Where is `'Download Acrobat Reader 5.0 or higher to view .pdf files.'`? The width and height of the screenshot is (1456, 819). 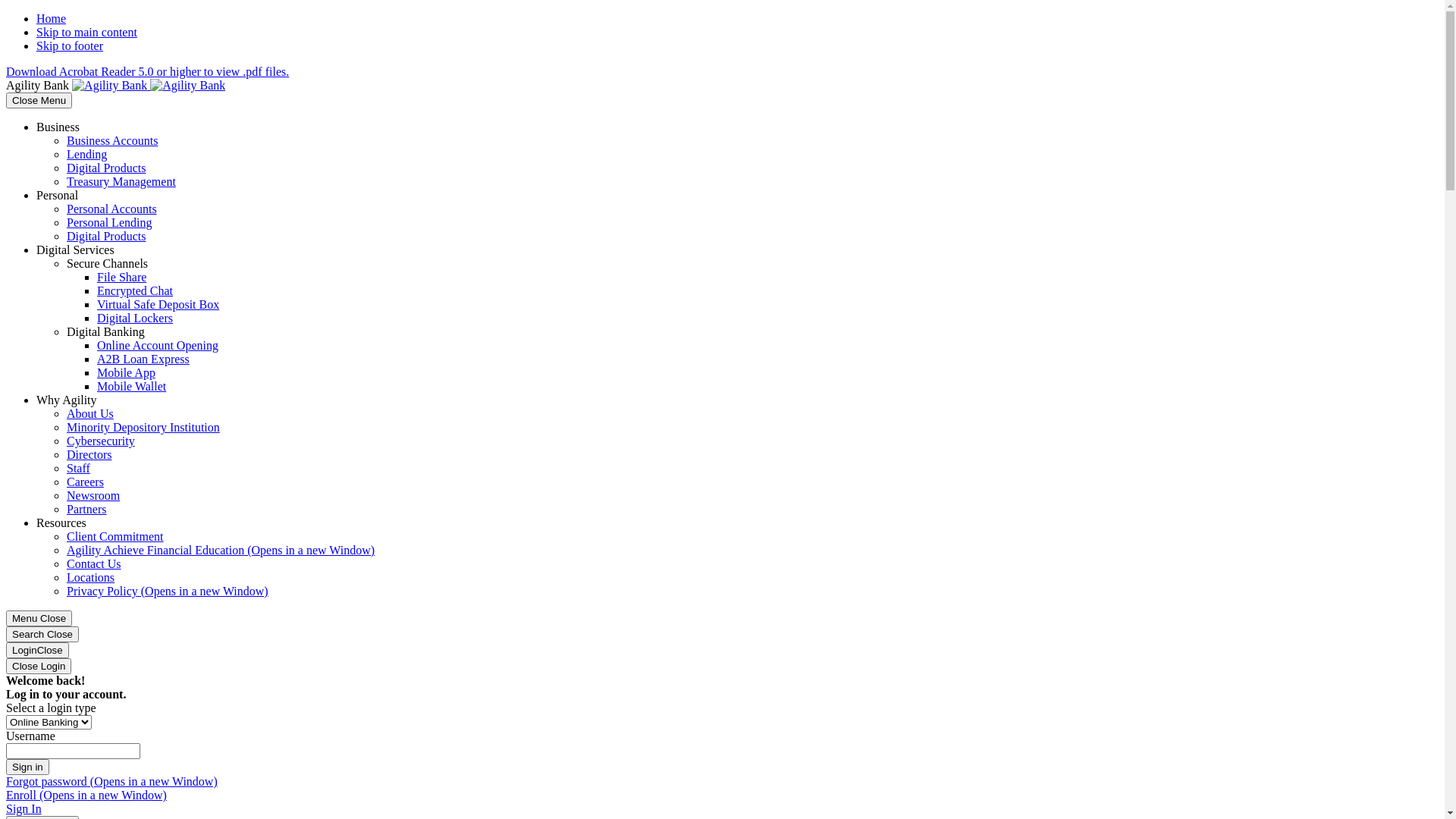
'Download Acrobat Reader 5.0 or higher to view .pdf files.' is located at coordinates (6, 71).